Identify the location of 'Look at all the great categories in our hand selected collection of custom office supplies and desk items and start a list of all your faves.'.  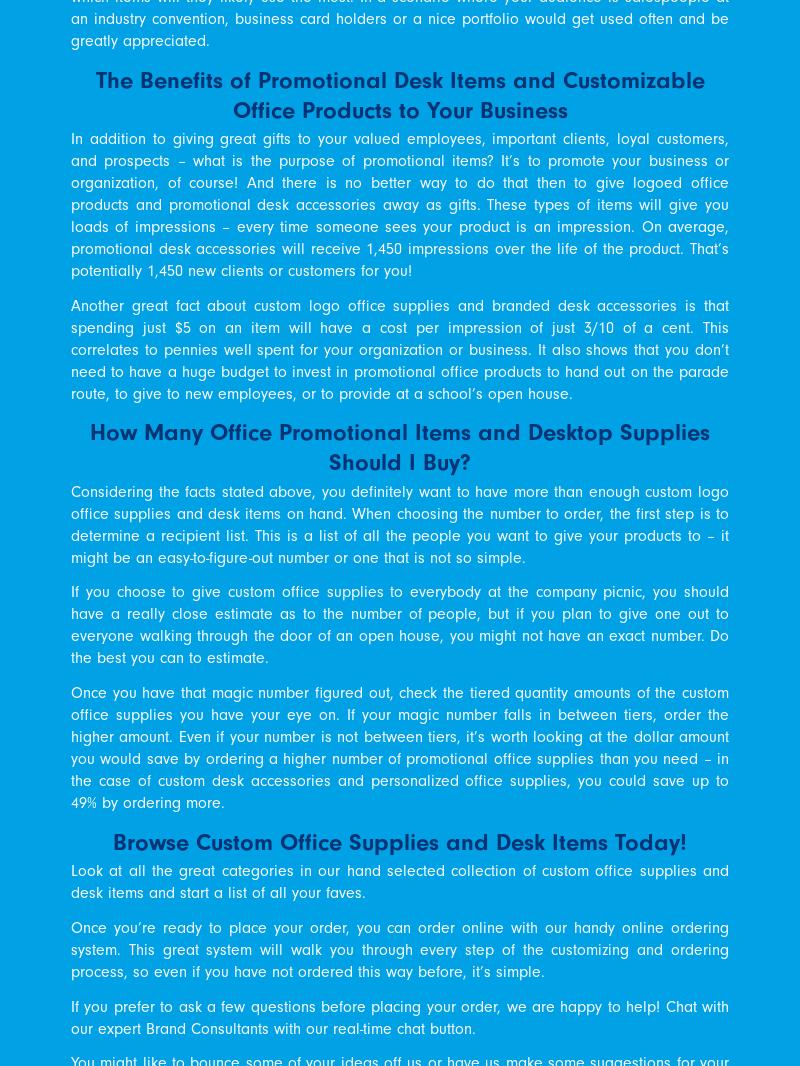
(400, 882).